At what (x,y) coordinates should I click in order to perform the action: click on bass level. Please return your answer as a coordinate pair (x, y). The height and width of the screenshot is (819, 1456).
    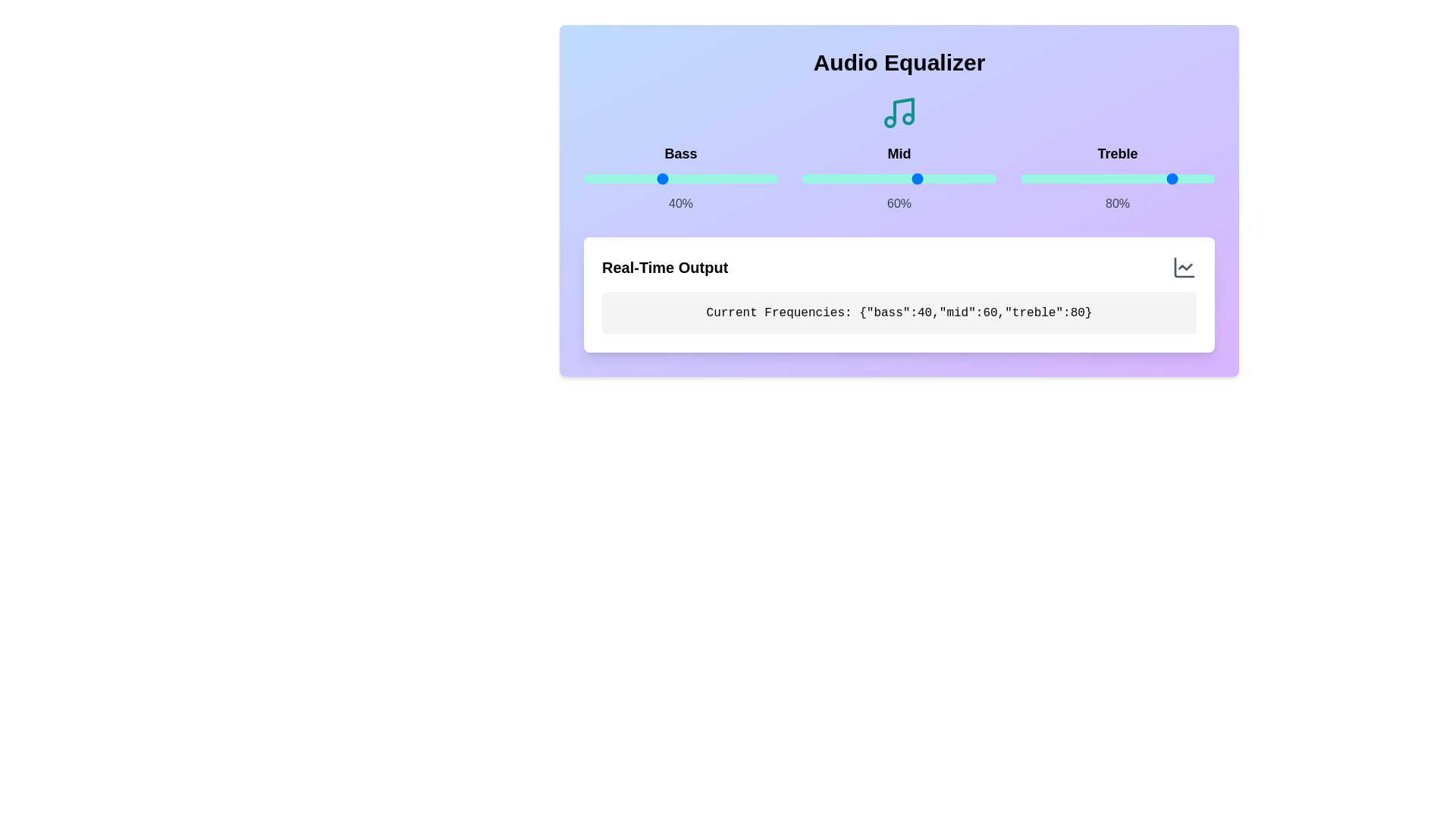
    Looking at the image, I should click on (667, 177).